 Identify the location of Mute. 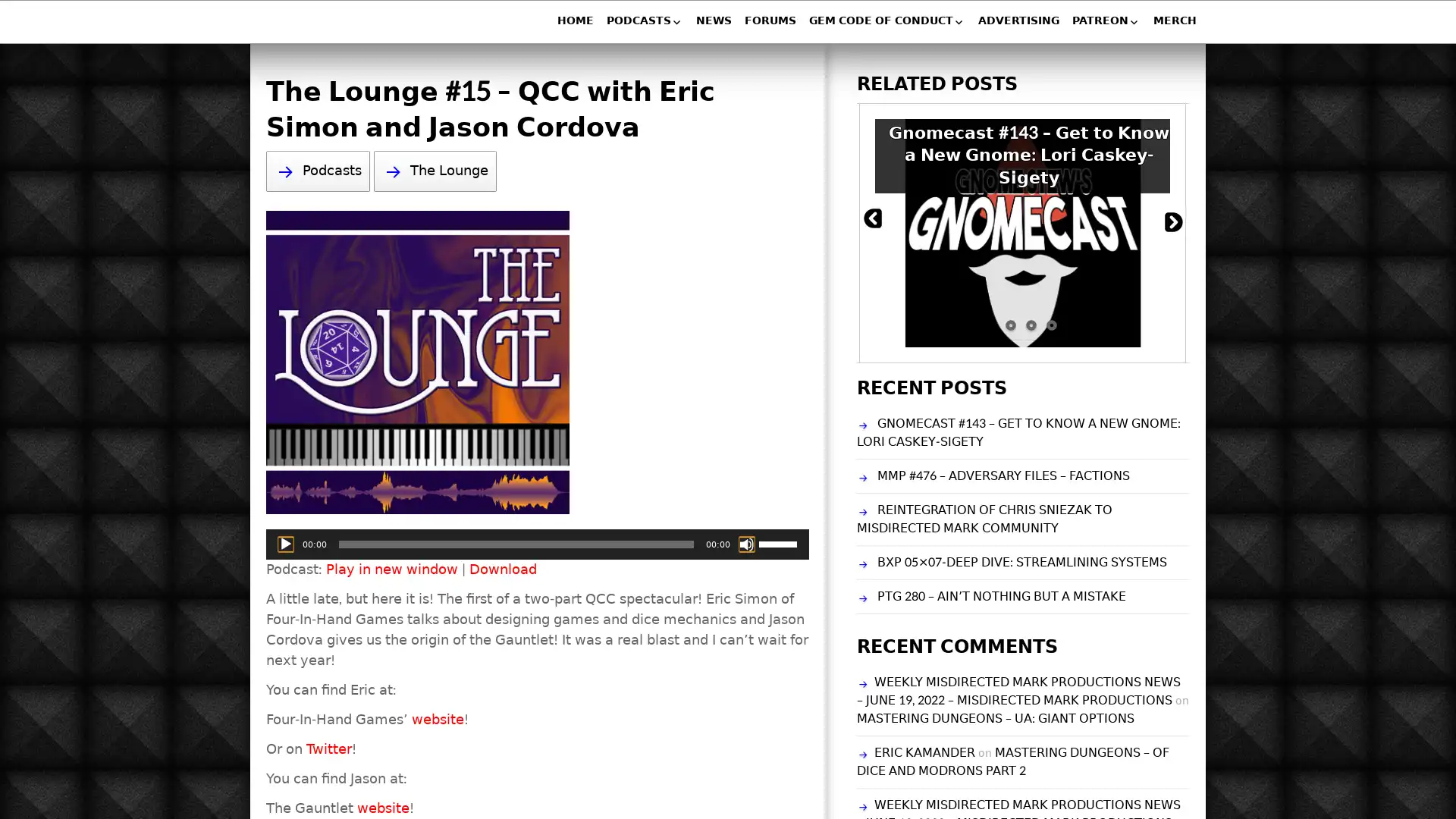
(746, 543).